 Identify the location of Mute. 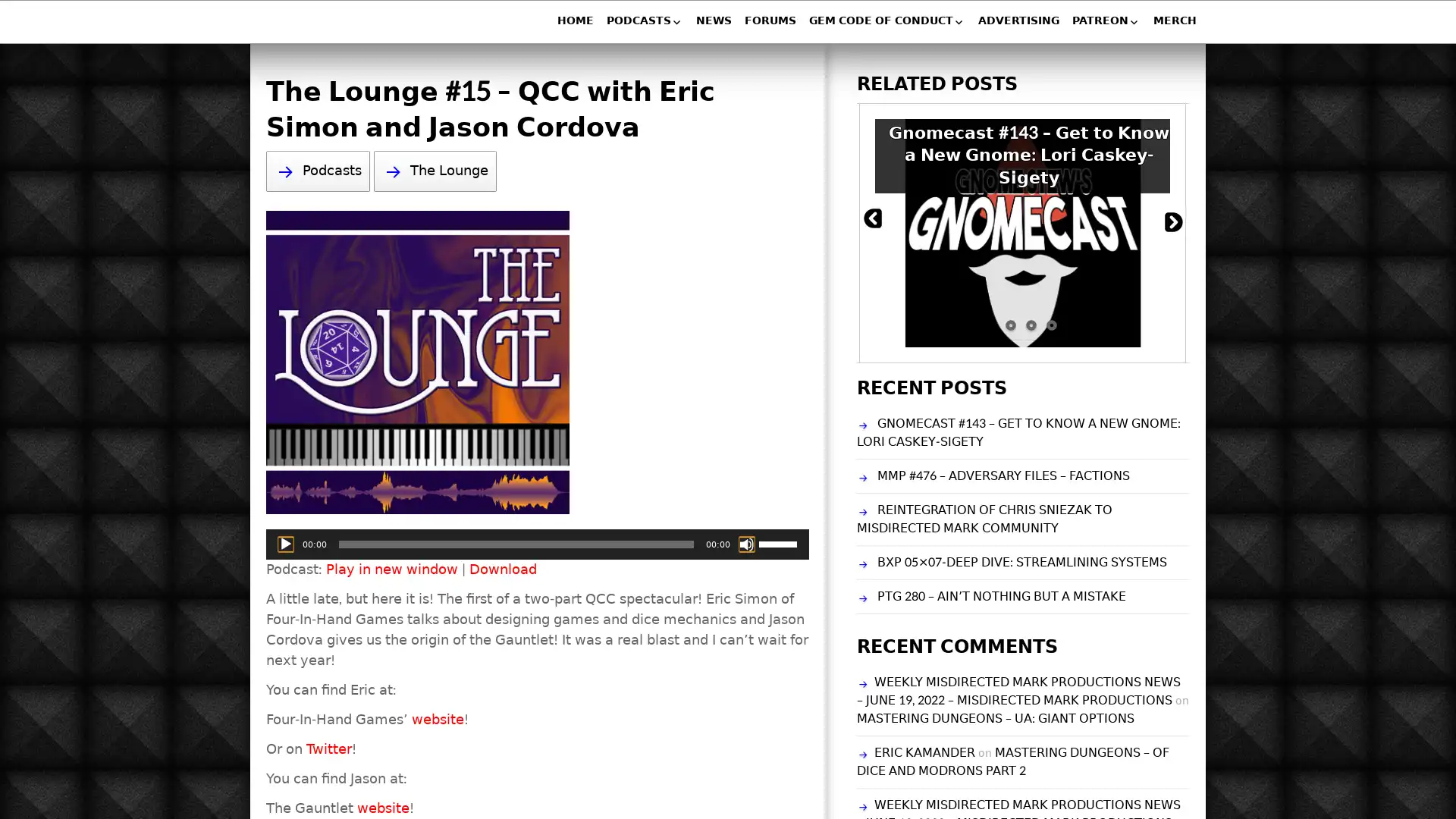
(746, 543).